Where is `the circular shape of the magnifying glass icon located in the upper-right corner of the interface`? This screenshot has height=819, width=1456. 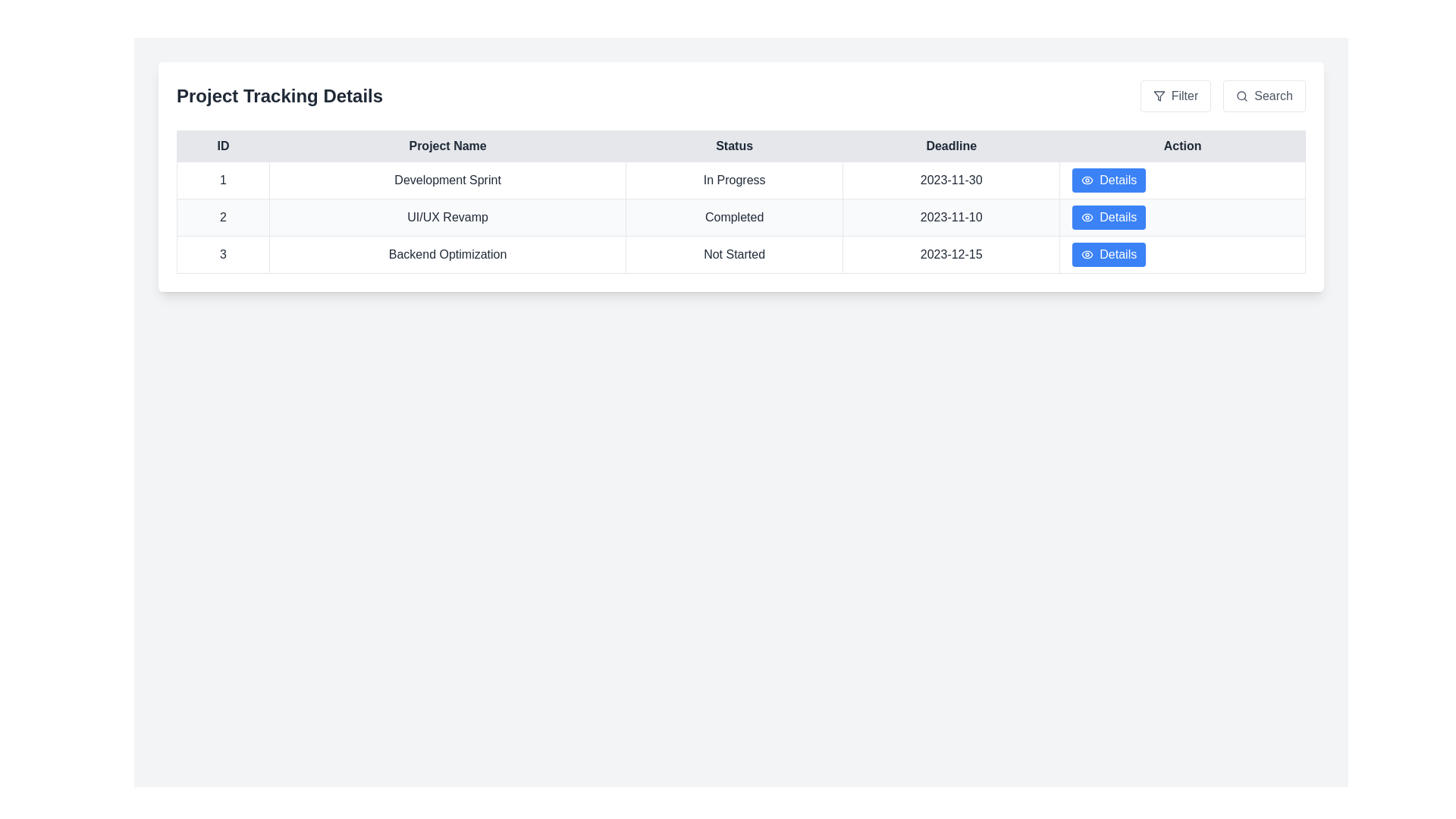
the circular shape of the magnifying glass icon located in the upper-right corner of the interface is located at coordinates (1241, 96).